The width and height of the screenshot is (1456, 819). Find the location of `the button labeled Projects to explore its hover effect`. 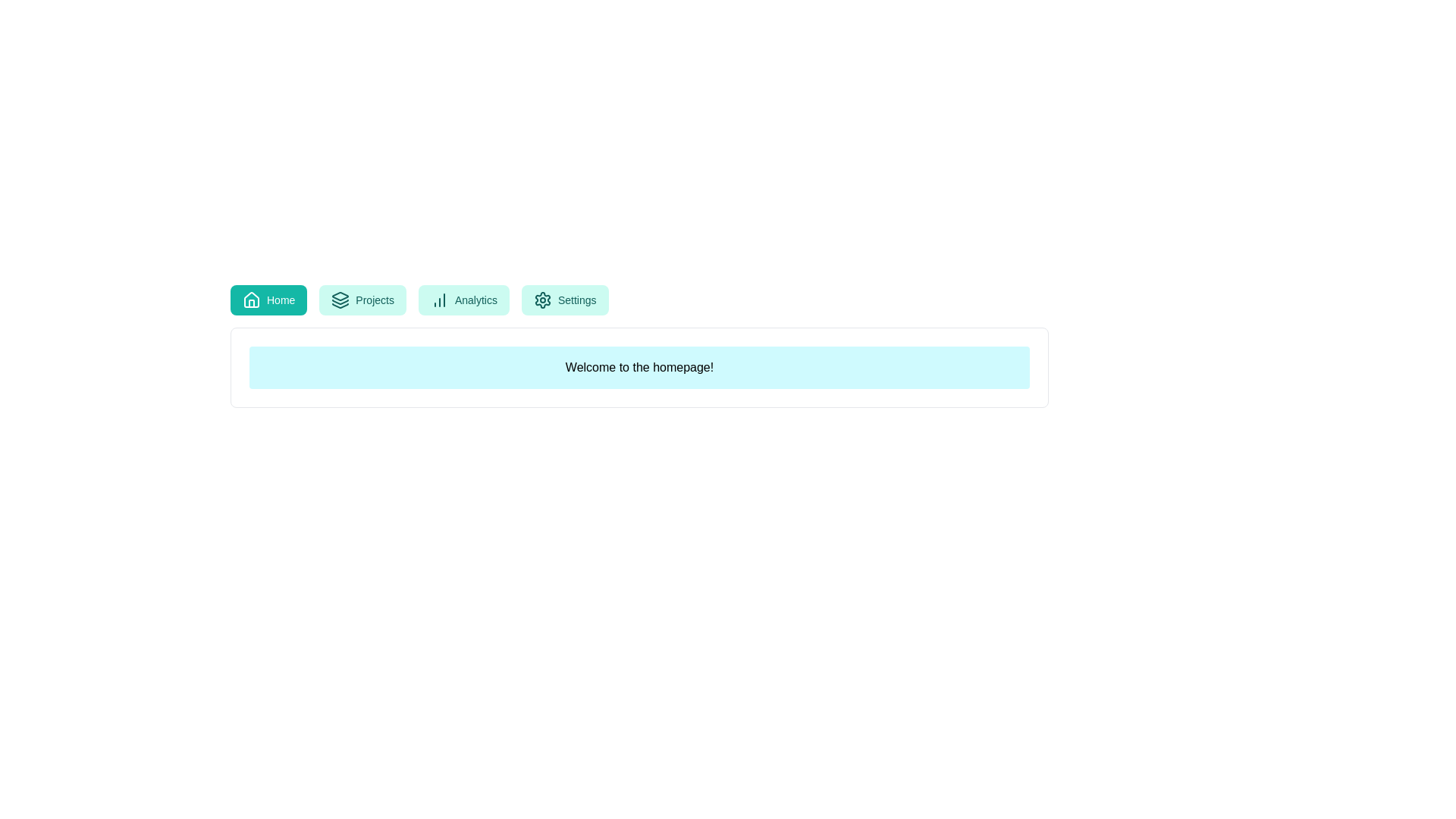

the button labeled Projects to explore its hover effect is located at coordinates (362, 300).